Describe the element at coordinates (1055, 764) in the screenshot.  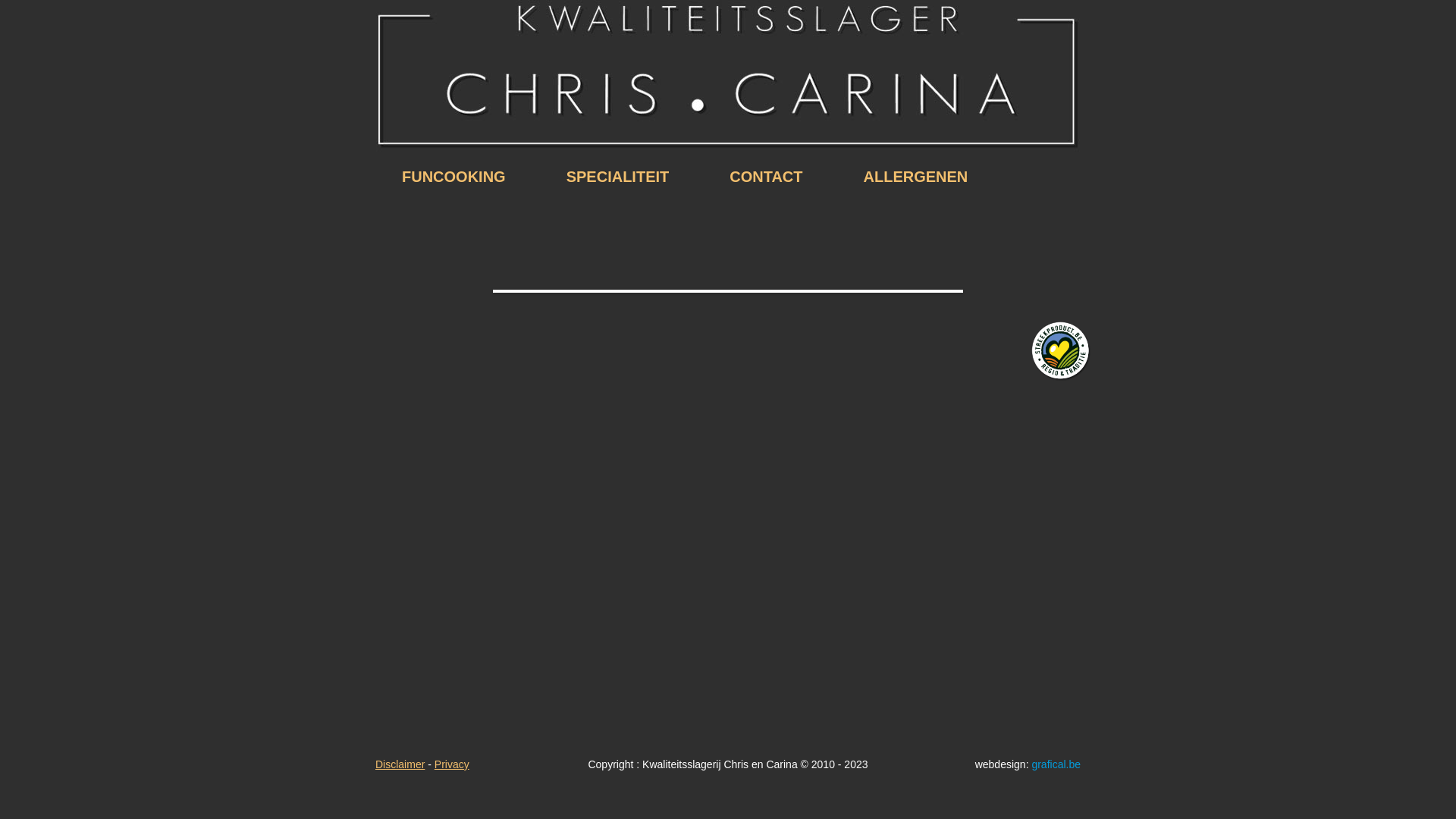
I see `'grafical.be'` at that location.